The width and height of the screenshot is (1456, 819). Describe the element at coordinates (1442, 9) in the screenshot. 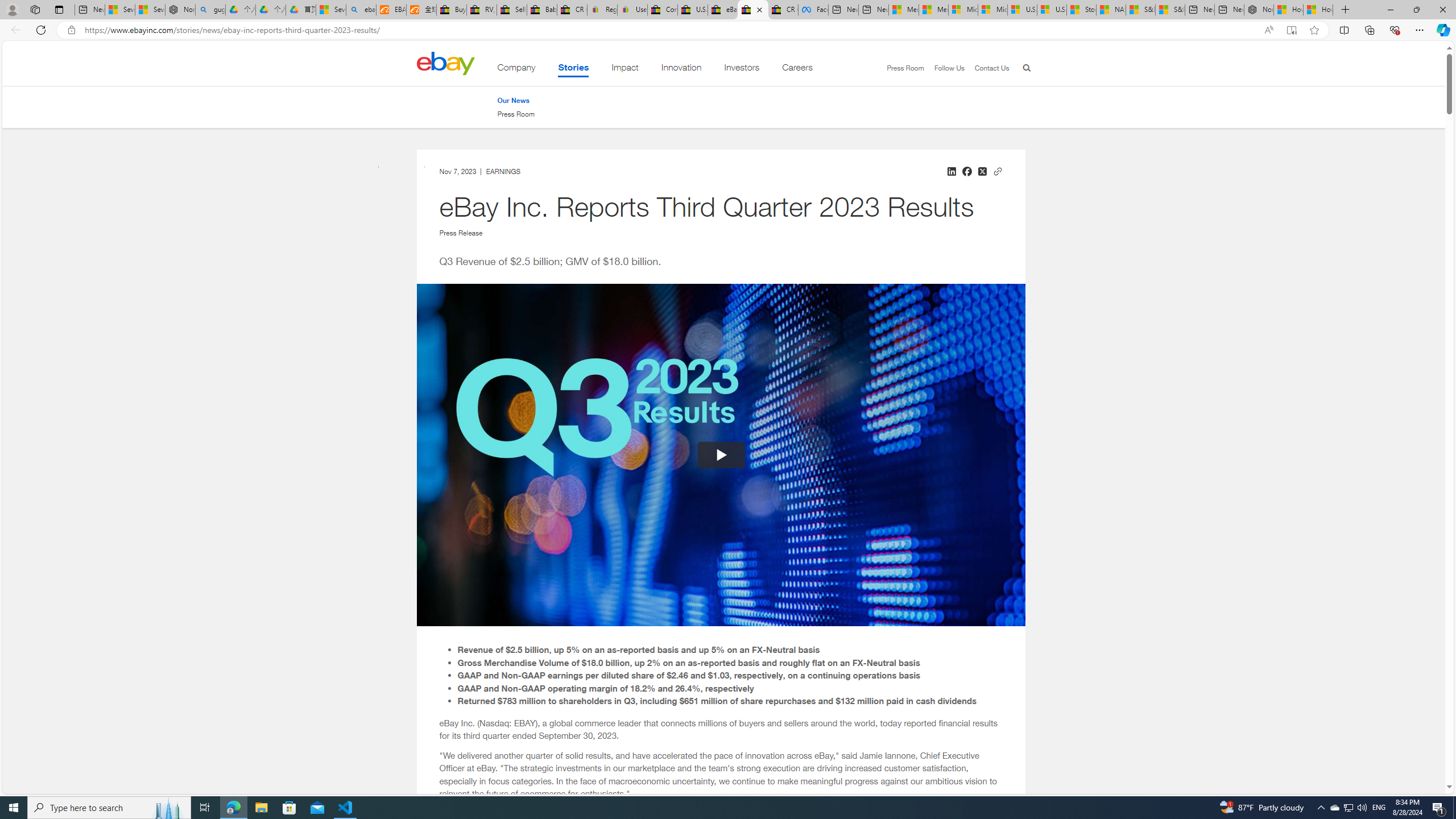

I see `'Close'` at that location.